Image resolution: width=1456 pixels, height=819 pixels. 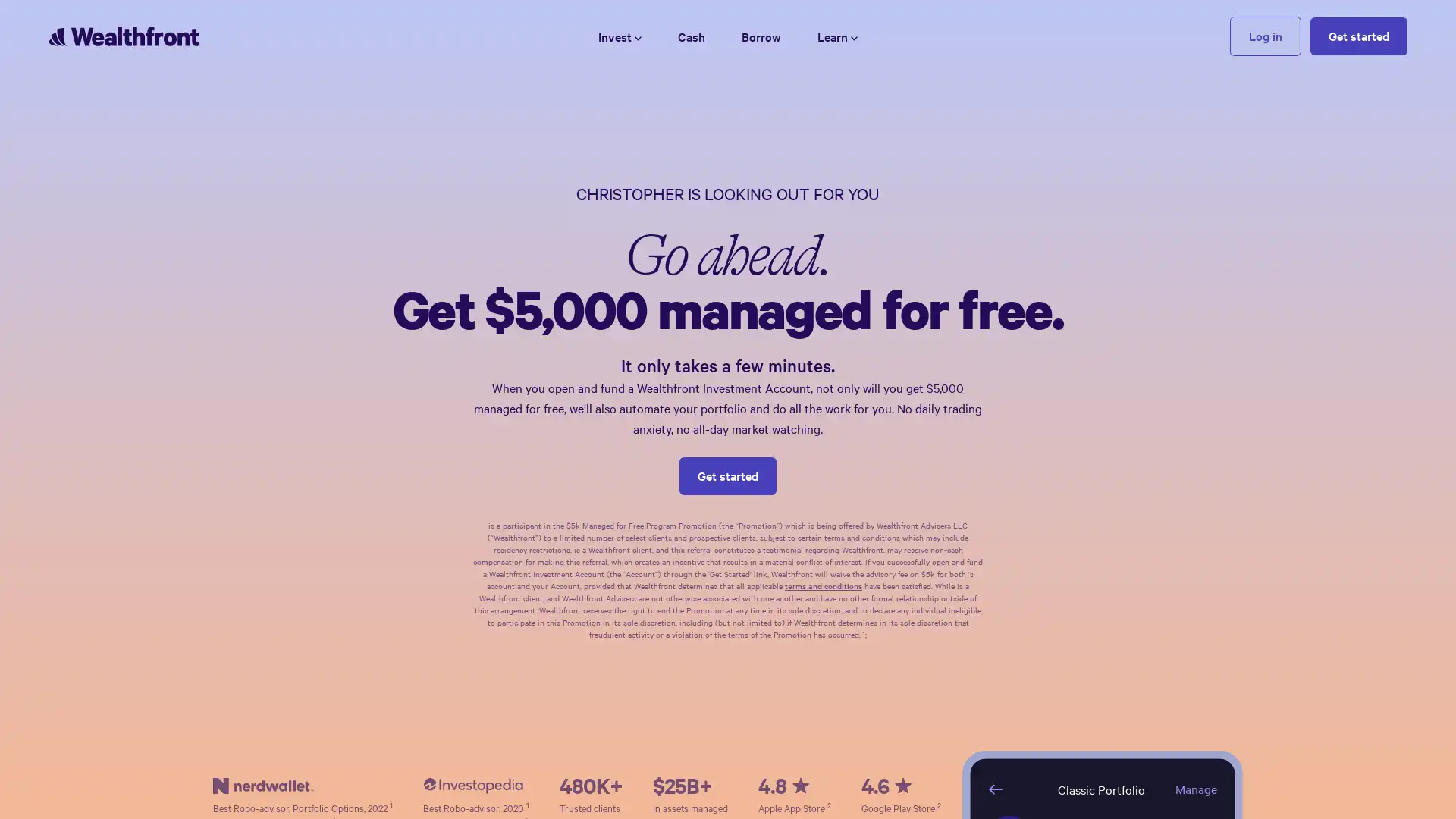 I want to click on Invest, so click(x=620, y=35).